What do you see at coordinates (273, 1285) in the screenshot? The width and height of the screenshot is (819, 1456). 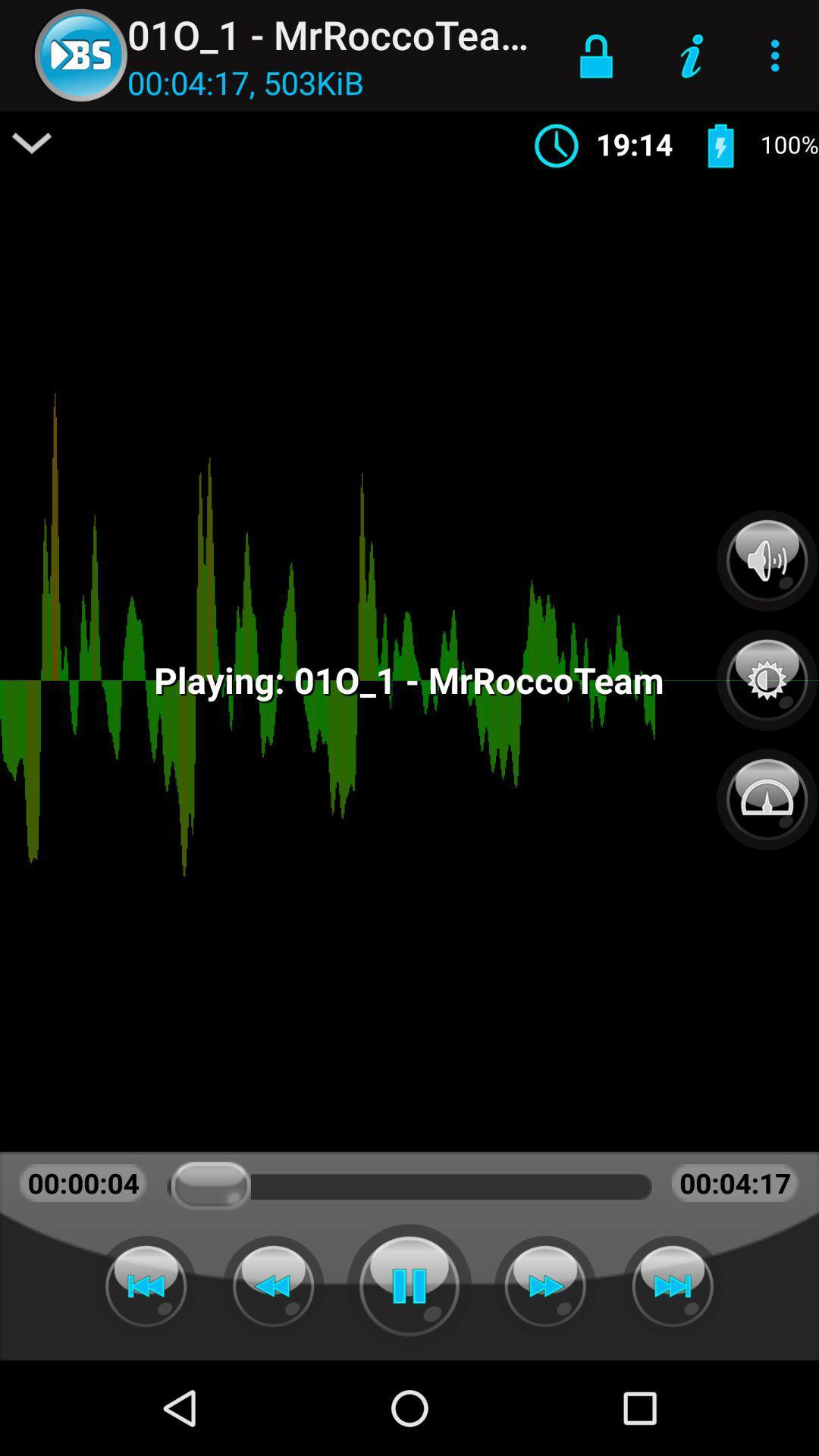 I see `the av_rewind icon` at bounding box center [273, 1285].